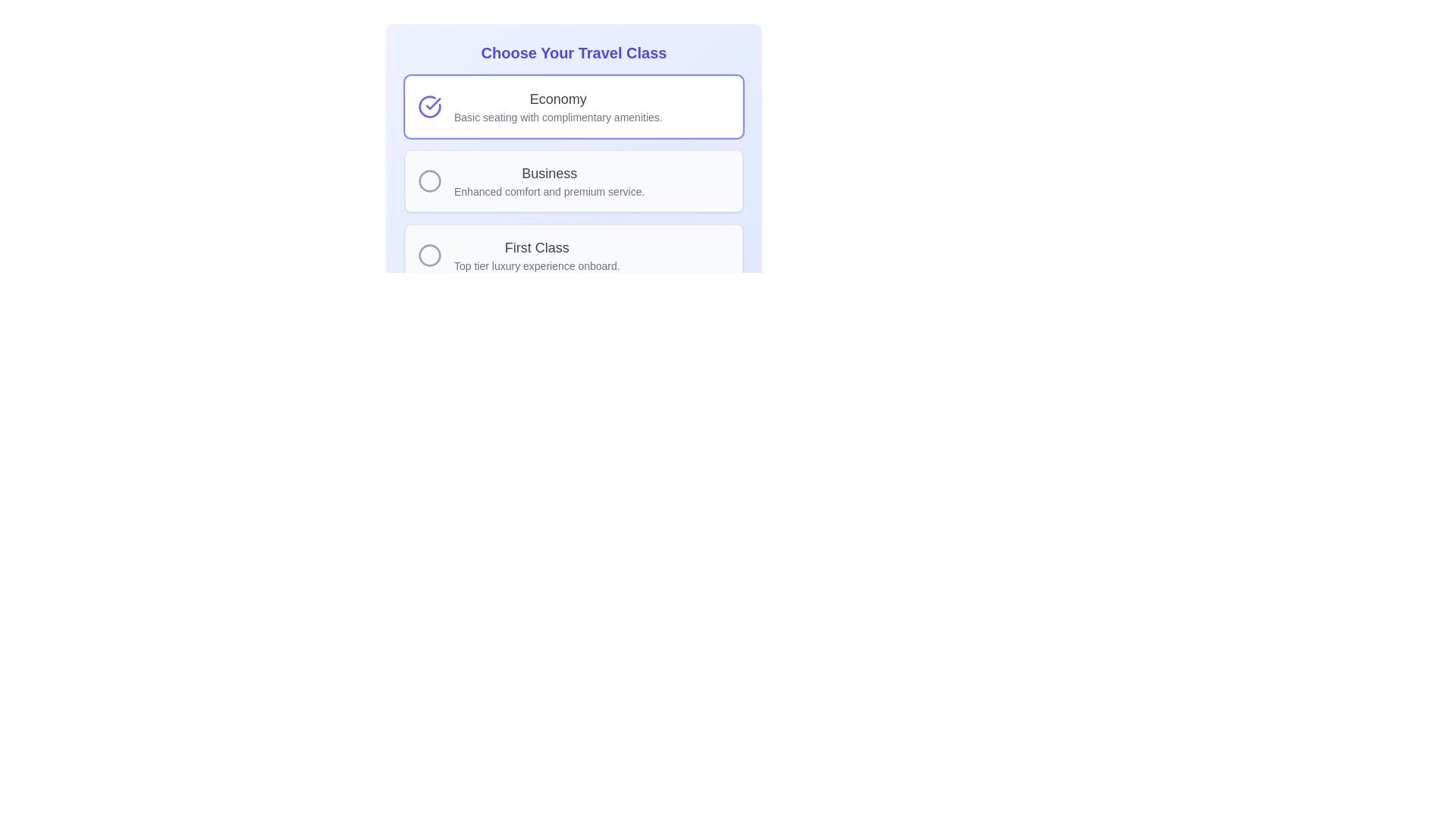 The height and width of the screenshot is (819, 1456). Describe the element at coordinates (435, 254) in the screenshot. I see `the circular gray outlined icon located to the left of the 'First Class' text in the third selectable option of travel class options` at that location.